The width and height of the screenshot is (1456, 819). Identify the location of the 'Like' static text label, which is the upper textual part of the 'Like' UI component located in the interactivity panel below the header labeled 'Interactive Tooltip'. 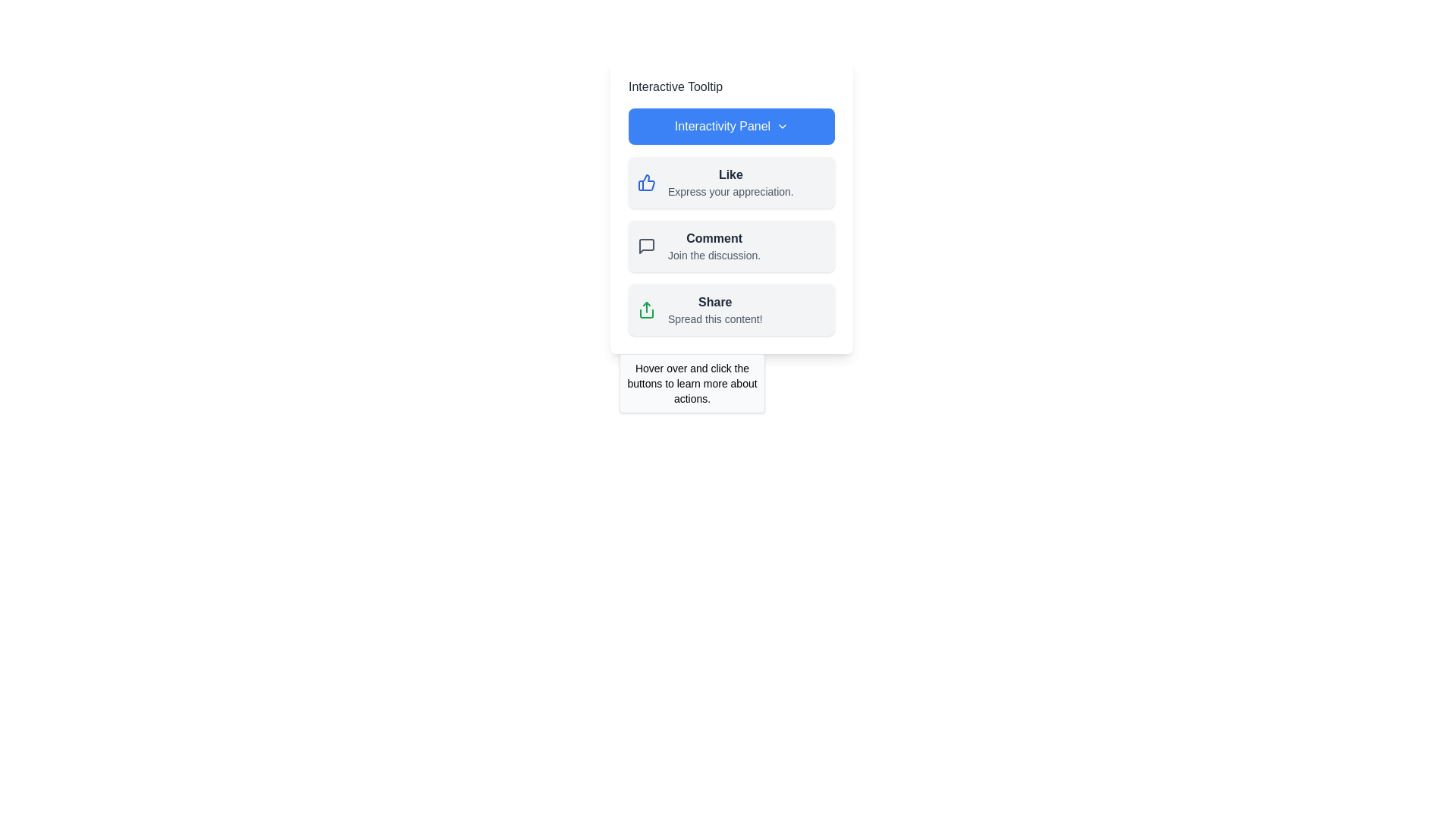
(730, 174).